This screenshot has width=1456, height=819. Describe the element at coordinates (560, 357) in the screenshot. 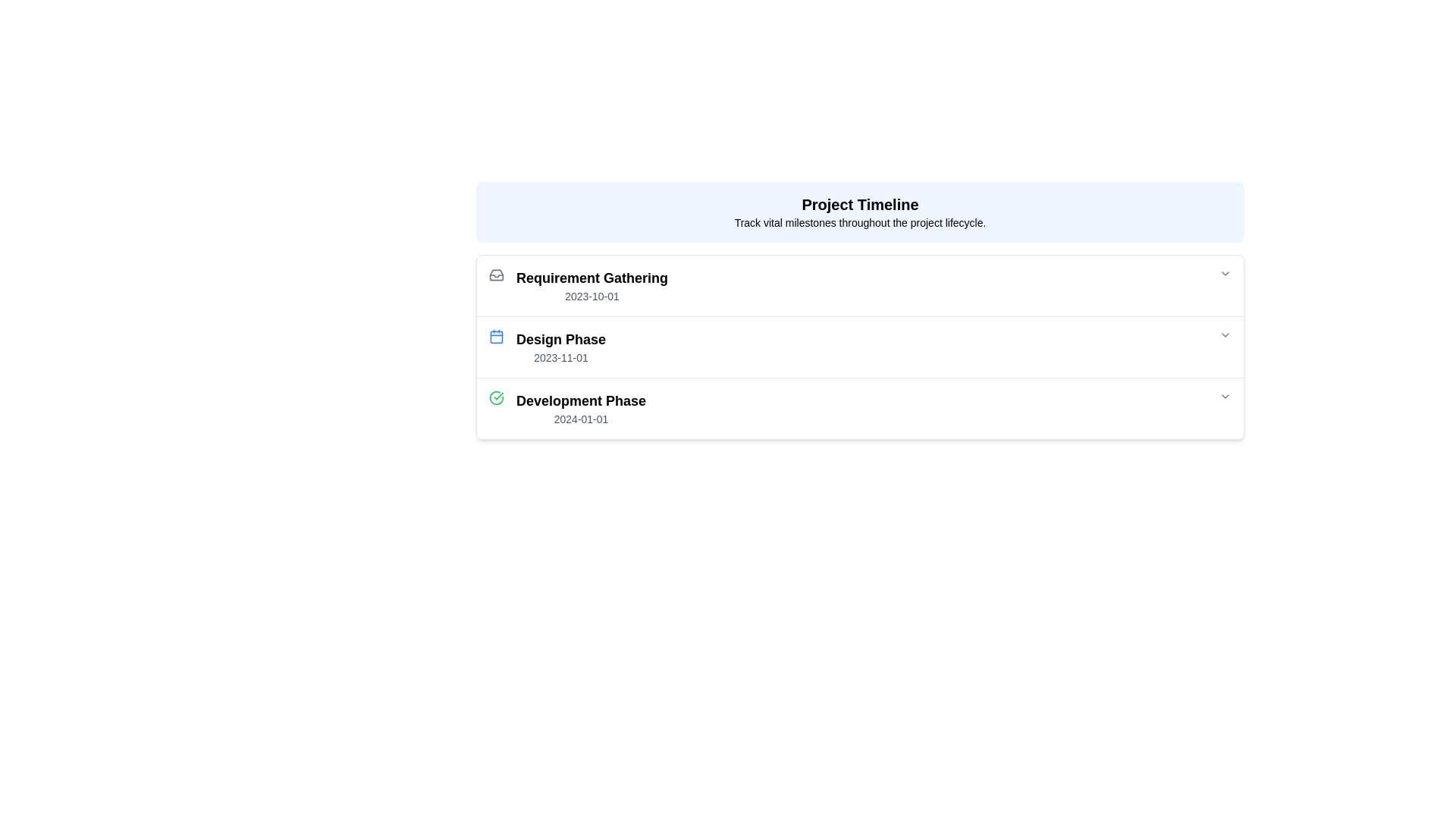

I see `the text label displaying the date '2023-11-01', which is located directly below the 'Design Phase' label in the second section of a vertical list` at that location.